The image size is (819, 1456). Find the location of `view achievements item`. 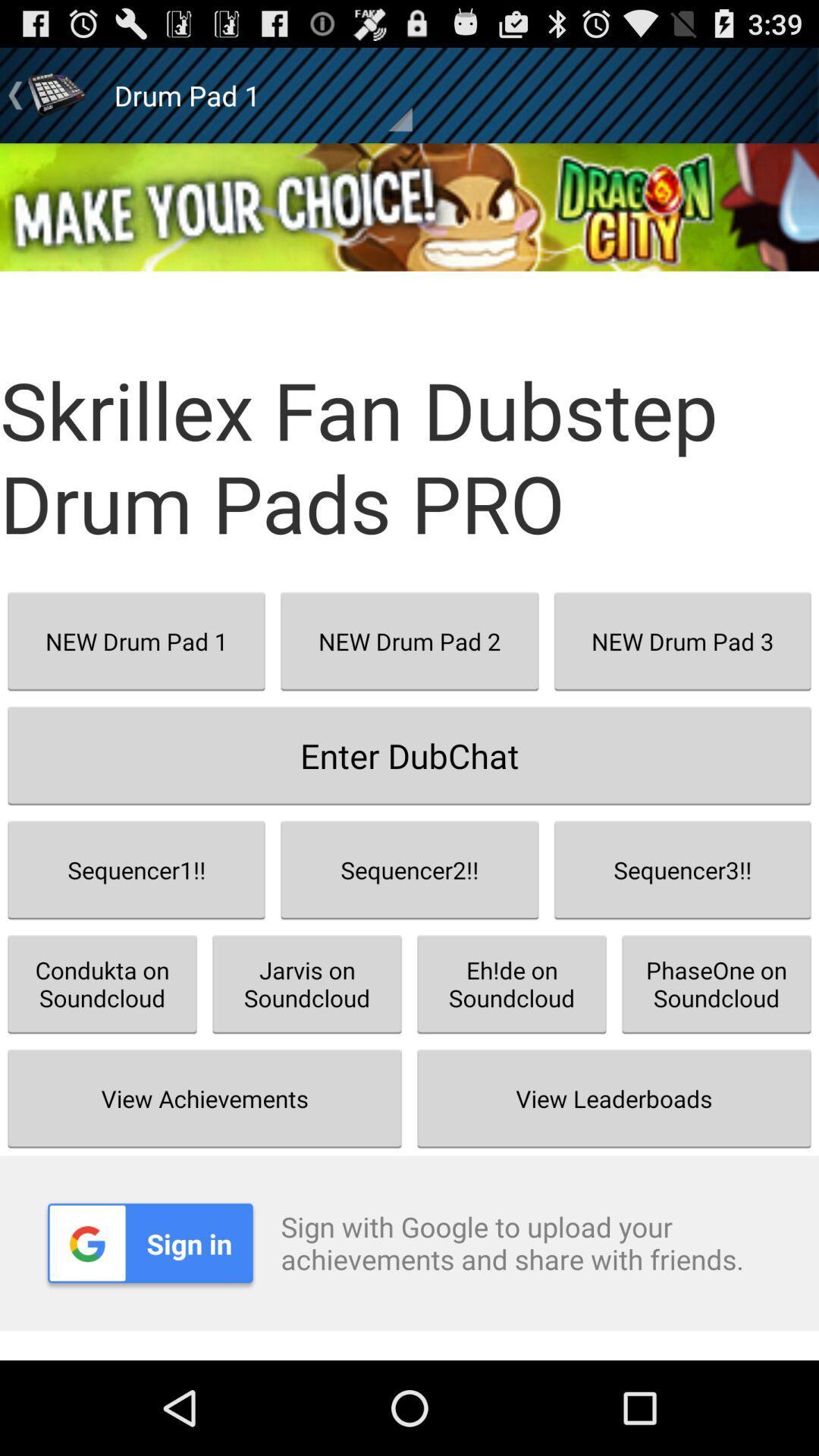

view achievements item is located at coordinates (205, 1098).